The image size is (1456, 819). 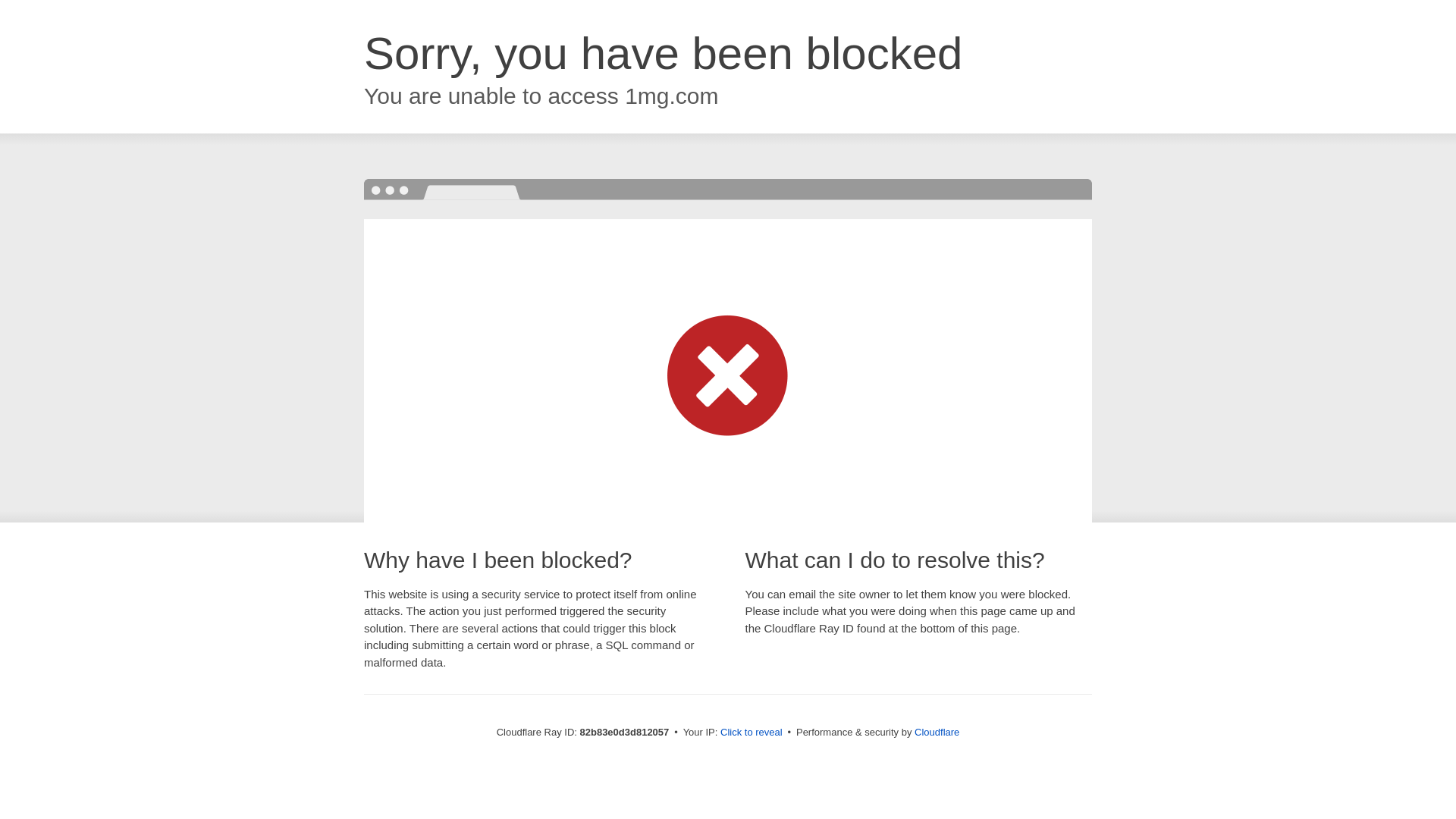 I want to click on 'Cloudflare', so click(x=913, y=731).